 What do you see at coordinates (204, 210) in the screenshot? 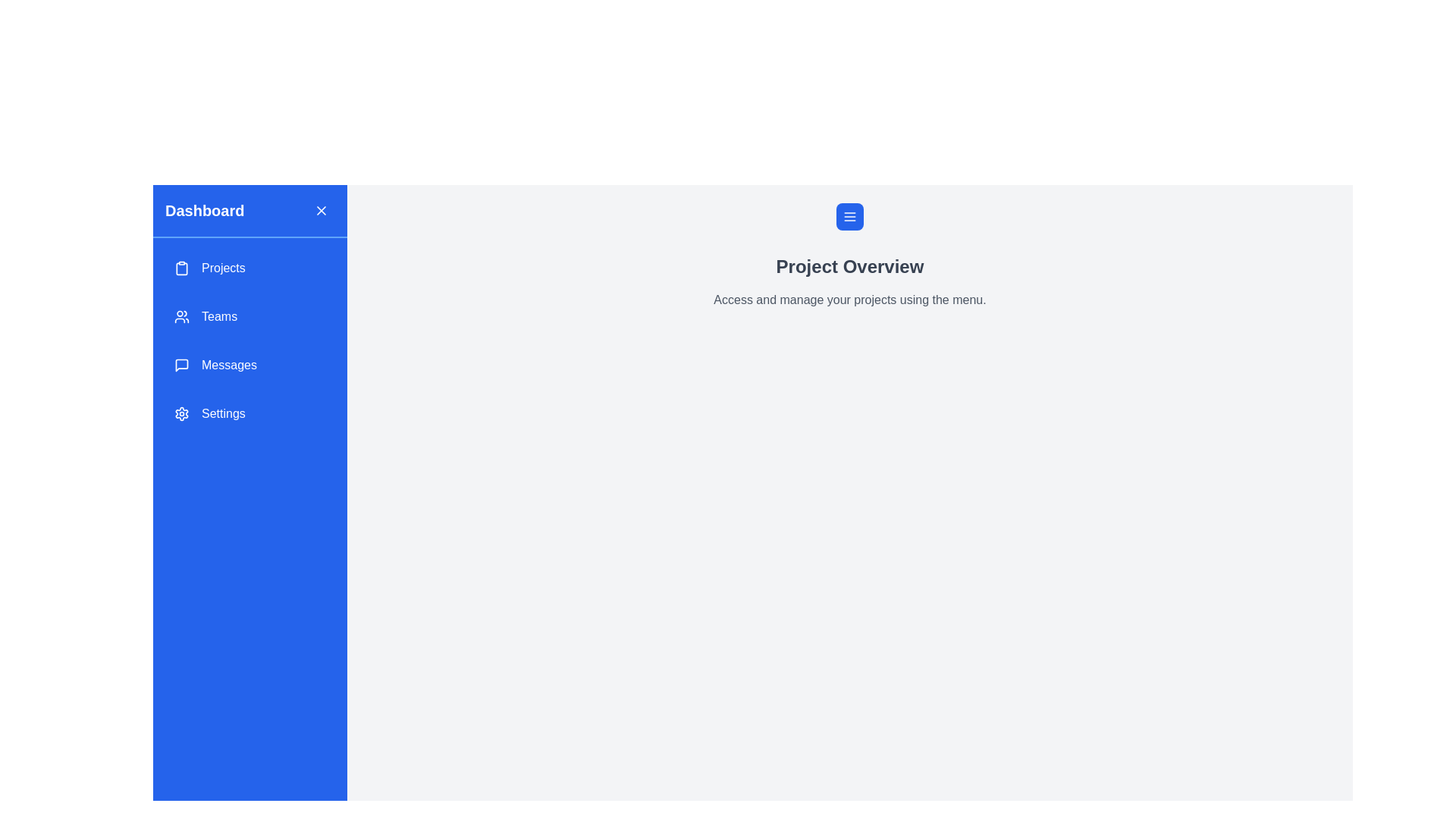
I see `the text label indicating the active section of the dashboard, located at the top-left corner of the interface` at bounding box center [204, 210].